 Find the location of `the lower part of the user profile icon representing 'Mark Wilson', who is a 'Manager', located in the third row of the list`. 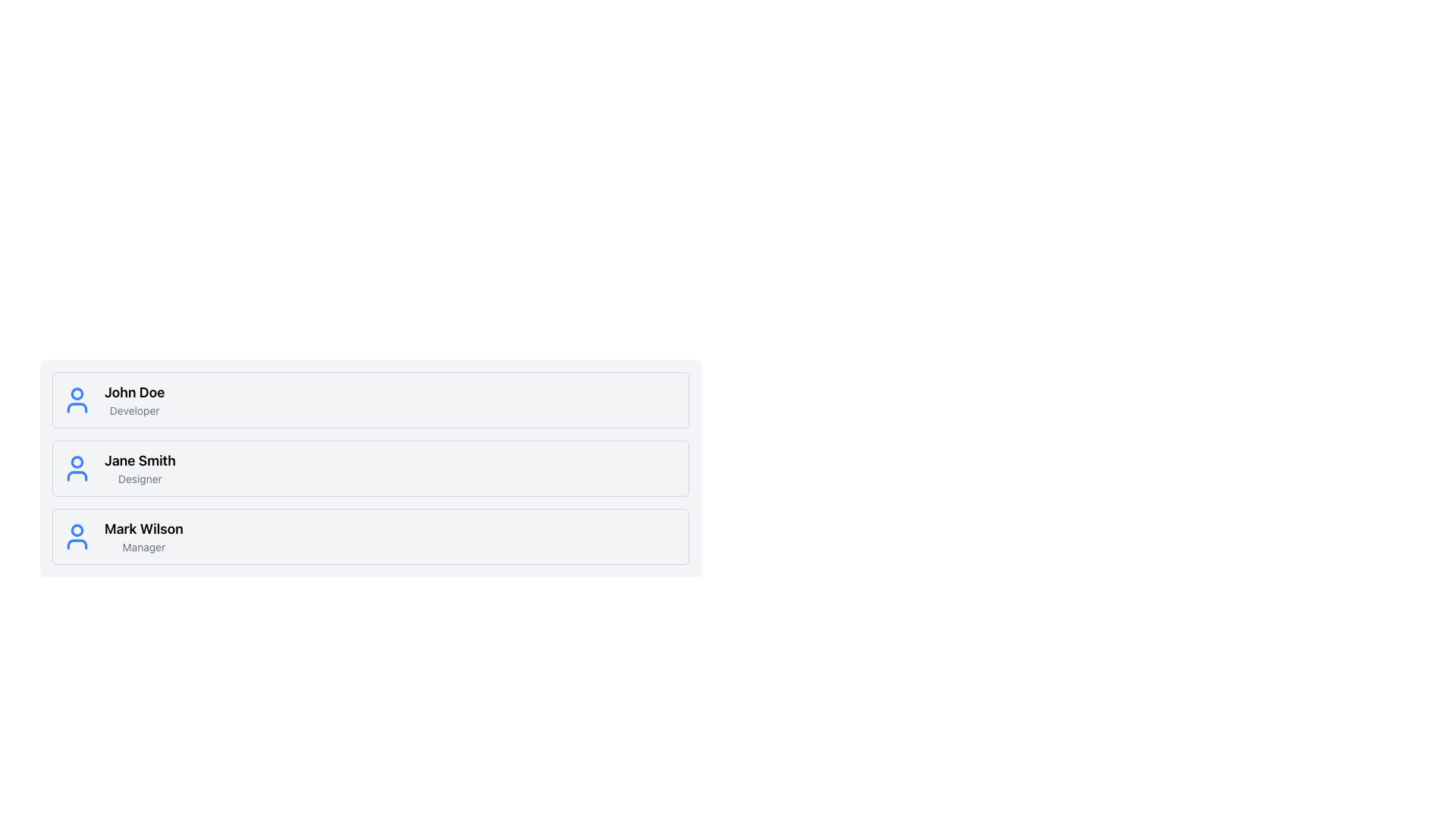

the lower part of the user profile icon representing 'Mark Wilson', who is a 'Manager', located in the third row of the list is located at coordinates (76, 543).